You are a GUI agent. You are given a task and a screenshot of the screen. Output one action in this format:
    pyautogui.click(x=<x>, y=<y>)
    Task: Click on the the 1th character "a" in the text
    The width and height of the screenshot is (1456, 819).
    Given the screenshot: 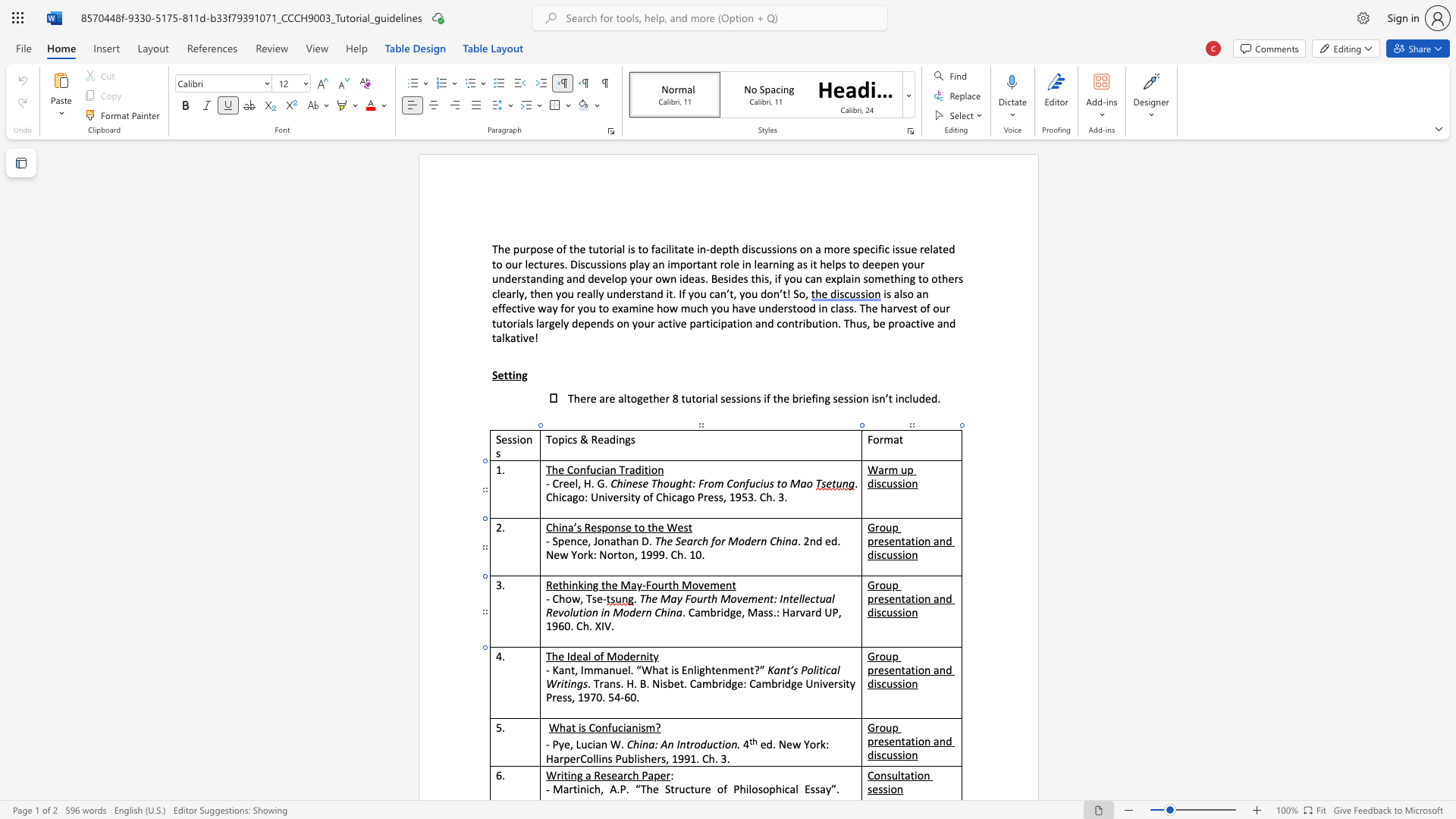 What is the action you would take?
    pyautogui.click(x=585, y=655)
    